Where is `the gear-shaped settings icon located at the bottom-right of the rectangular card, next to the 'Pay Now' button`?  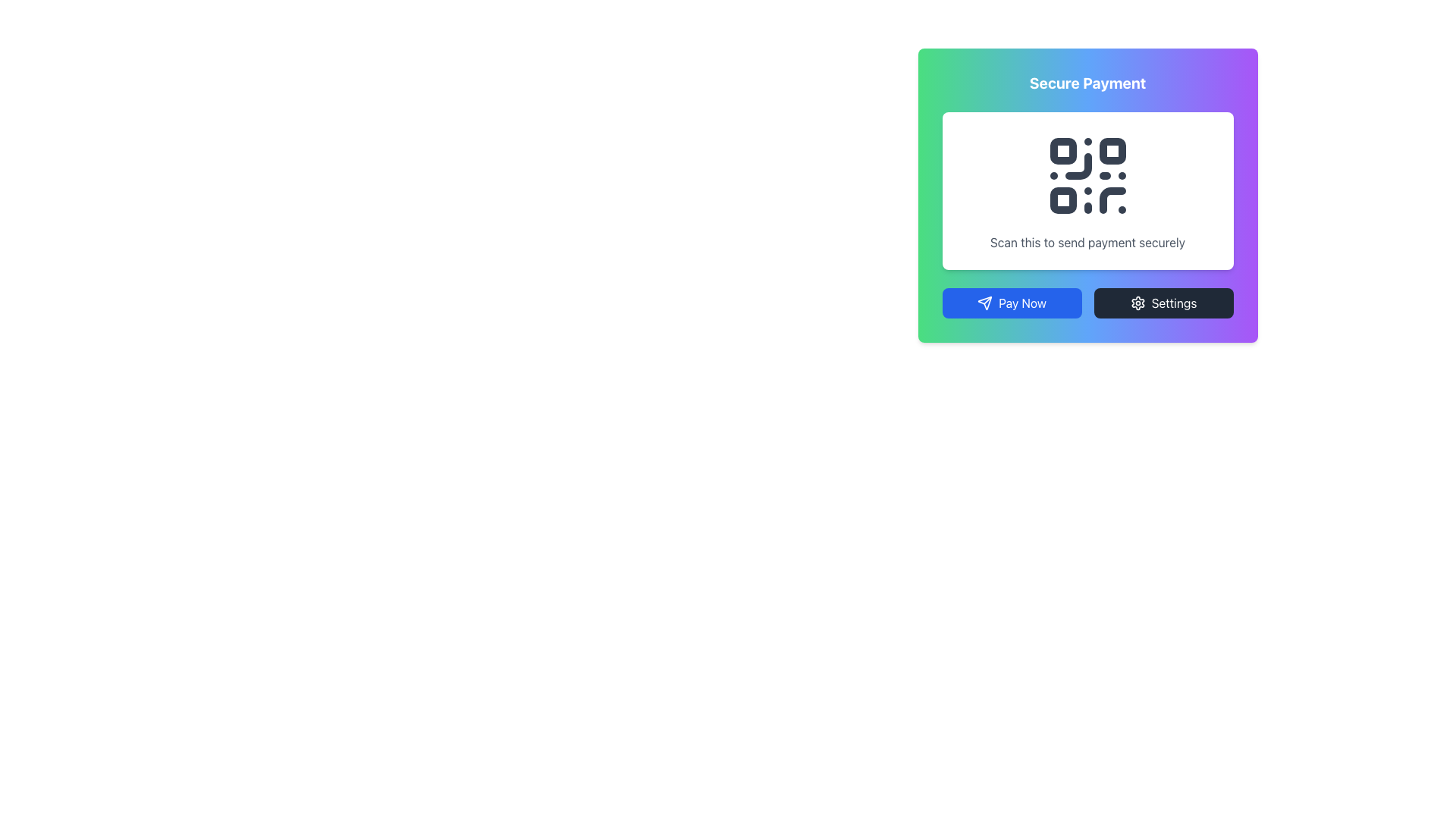 the gear-shaped settings icon located at the bottom-right of the rectangular card, next to the 'Pay Now' button is located at coordinates (1137, 303).